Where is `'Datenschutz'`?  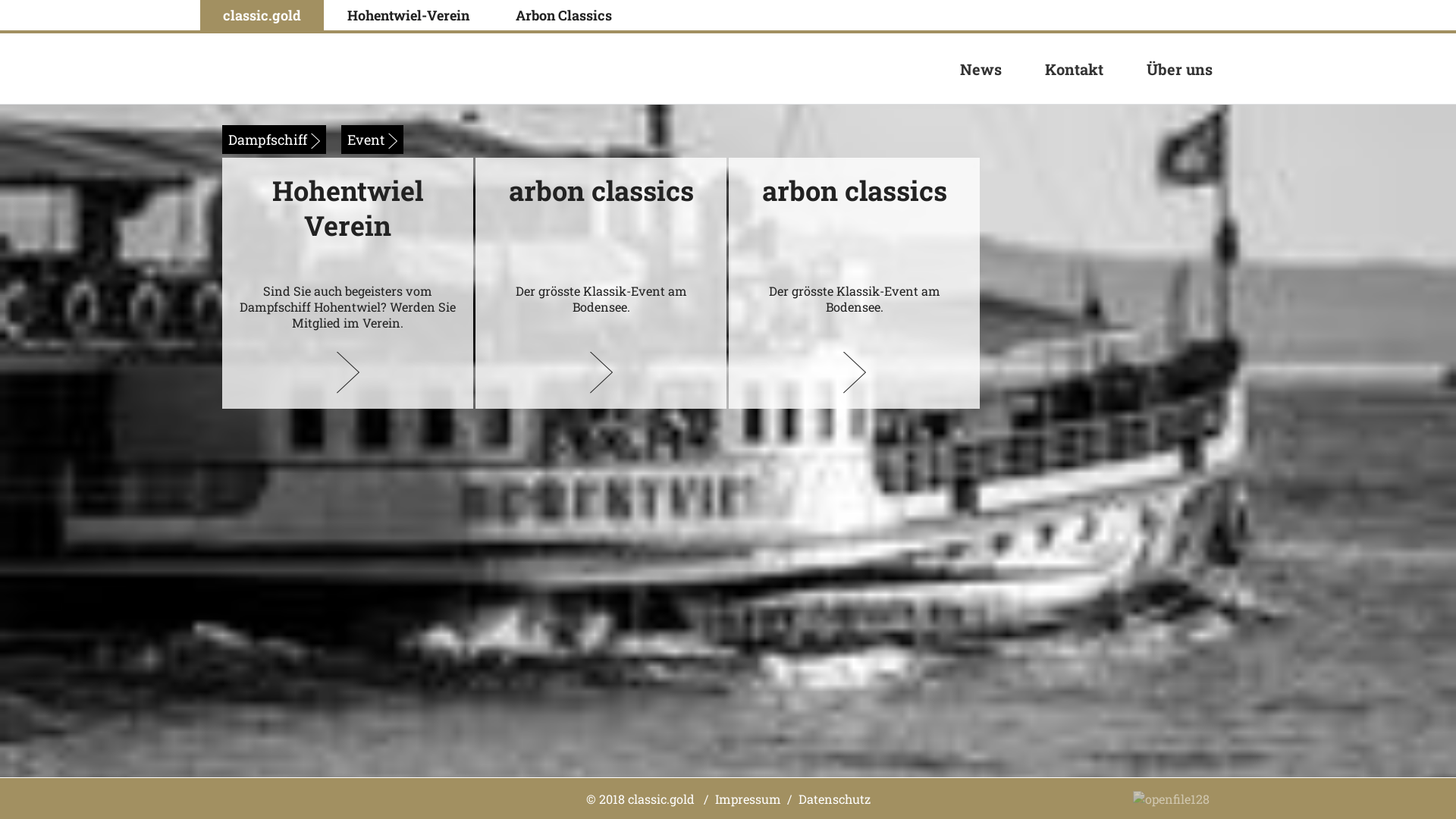 'Datenschutz' is located at coordinates (796, 797).